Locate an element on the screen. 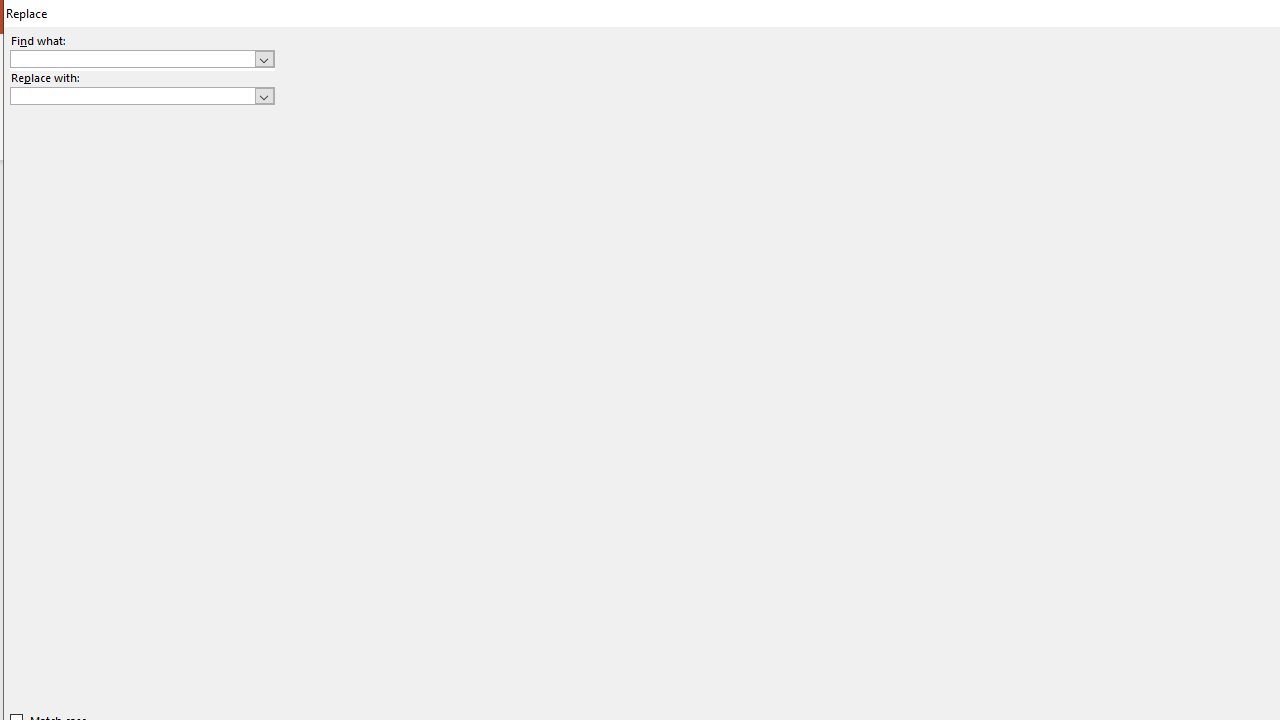 This screenshot has height=720, width=1280. 'Find what' is located at coordinates (141, 57).